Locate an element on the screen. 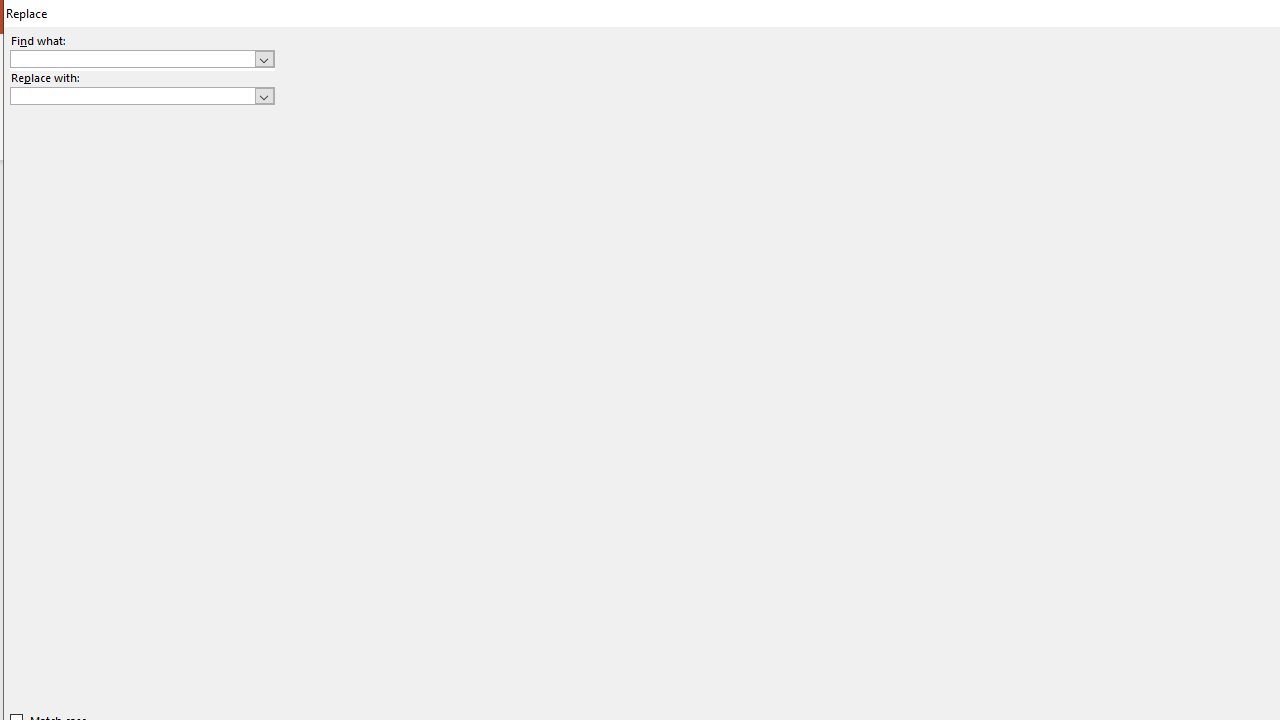 This screenshot has height=720, width=1280. 'Find what' is located at coordinates (141, 57).